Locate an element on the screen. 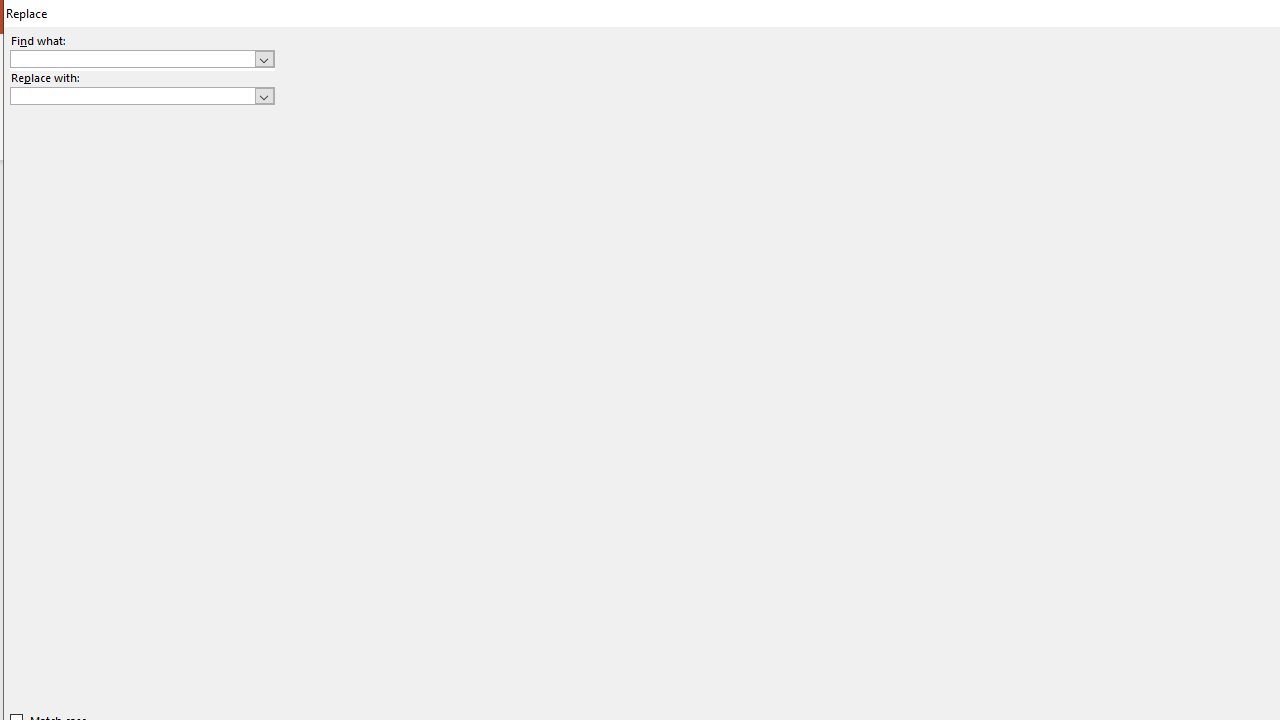 This screenshot has height=720, width=1280. 'Find what' is located at coordinates (141, 57).